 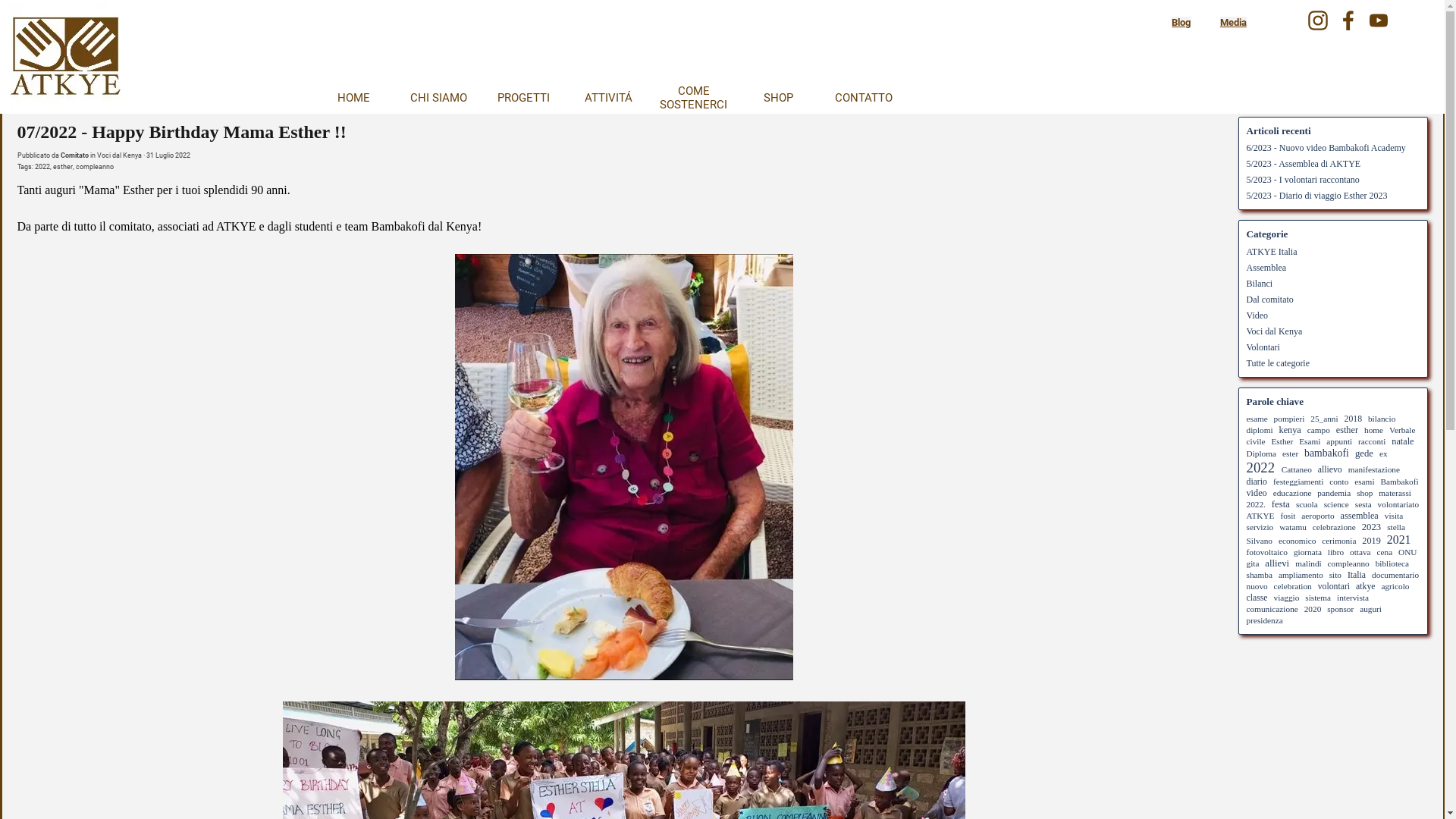 I want to click on 'PROGETTI', so click(x=523, y=97).